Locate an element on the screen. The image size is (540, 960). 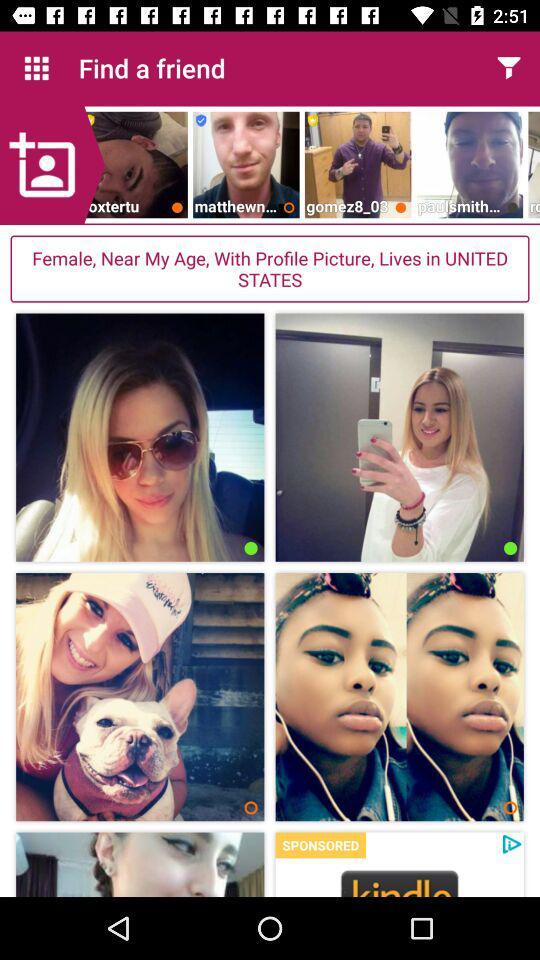
icon to the right of find a friend icon is located at coordinates (508, 68).